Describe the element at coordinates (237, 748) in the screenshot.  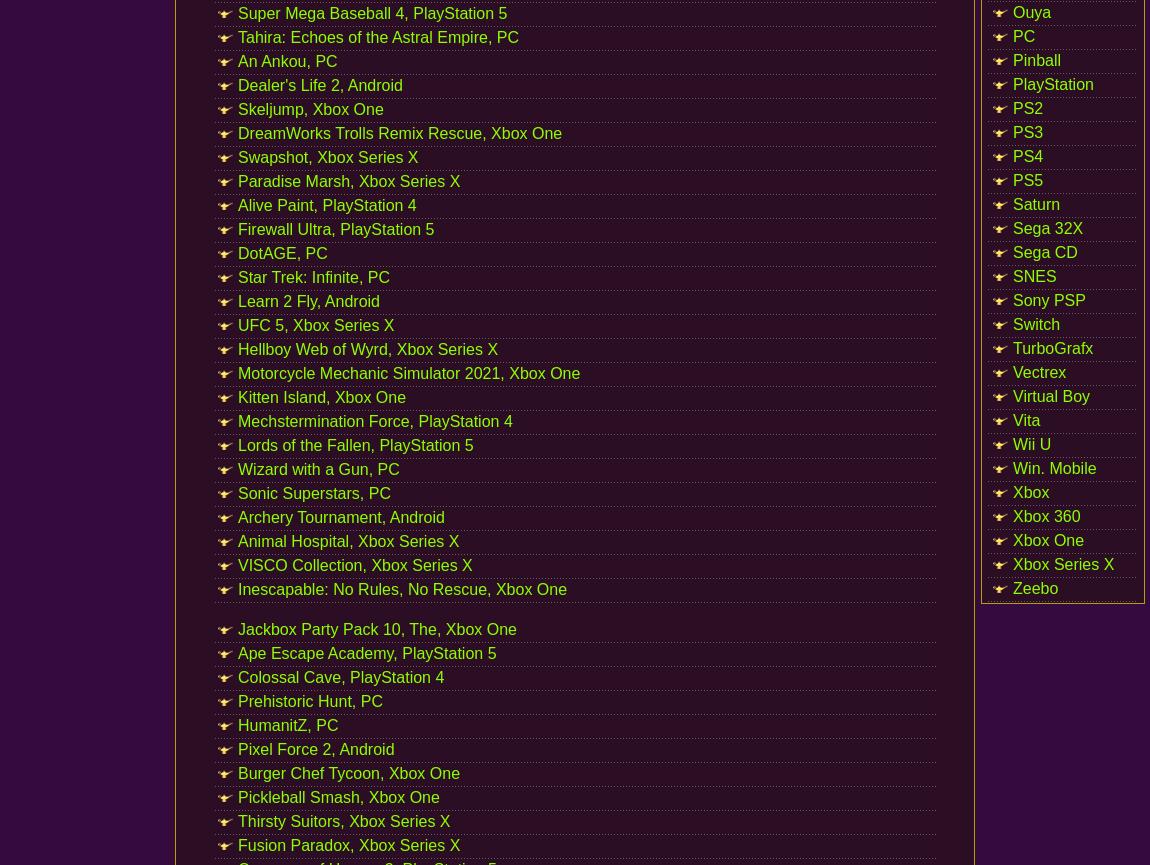
I see `'Pixel Force 2, Android'` at that location.